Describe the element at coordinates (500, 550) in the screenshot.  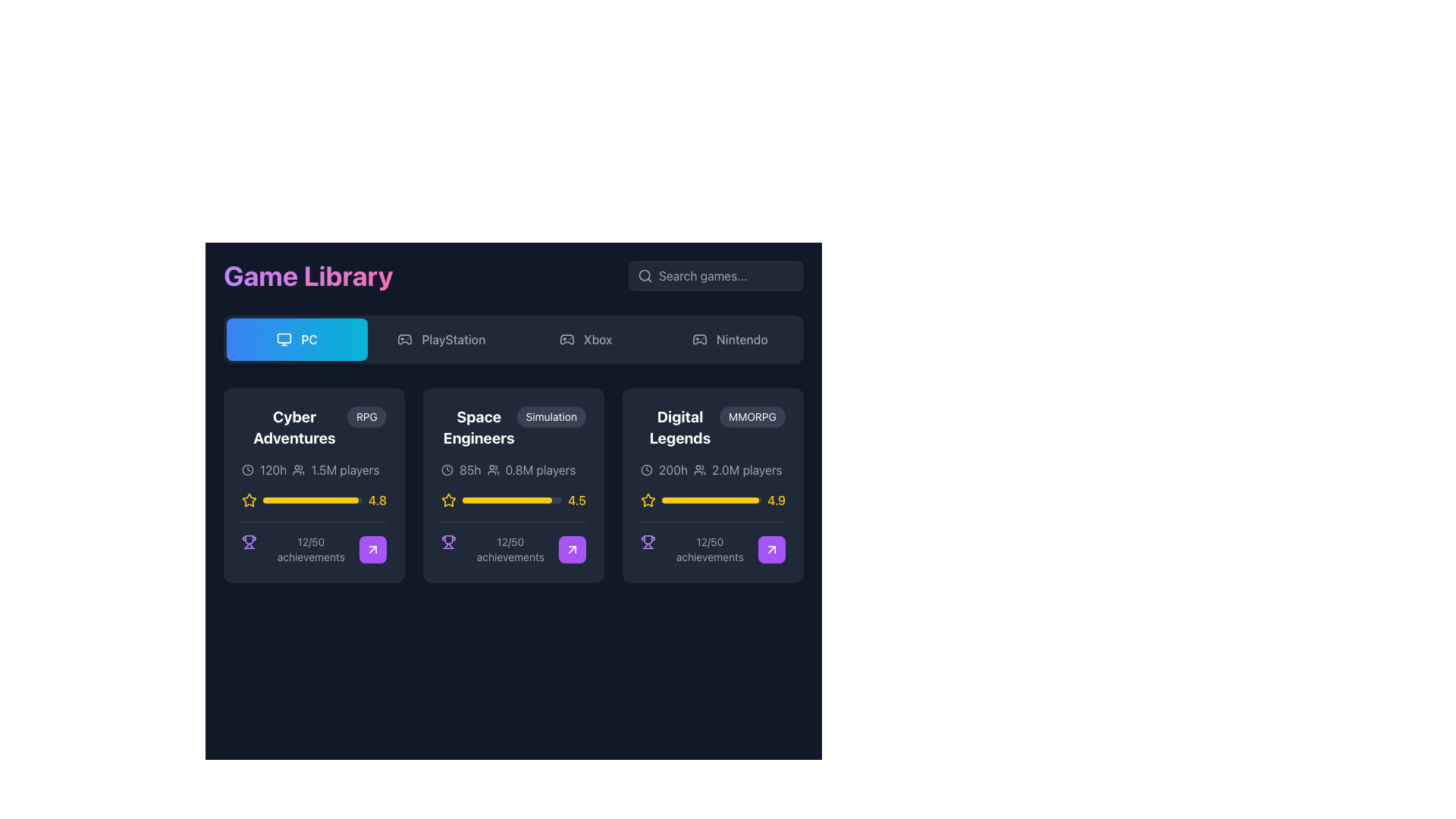
I see `the Progress Indicator displaying '12/50 achievements' with a trophy icon, located in the 'Space Engineers' card in the Game Library` at that location.